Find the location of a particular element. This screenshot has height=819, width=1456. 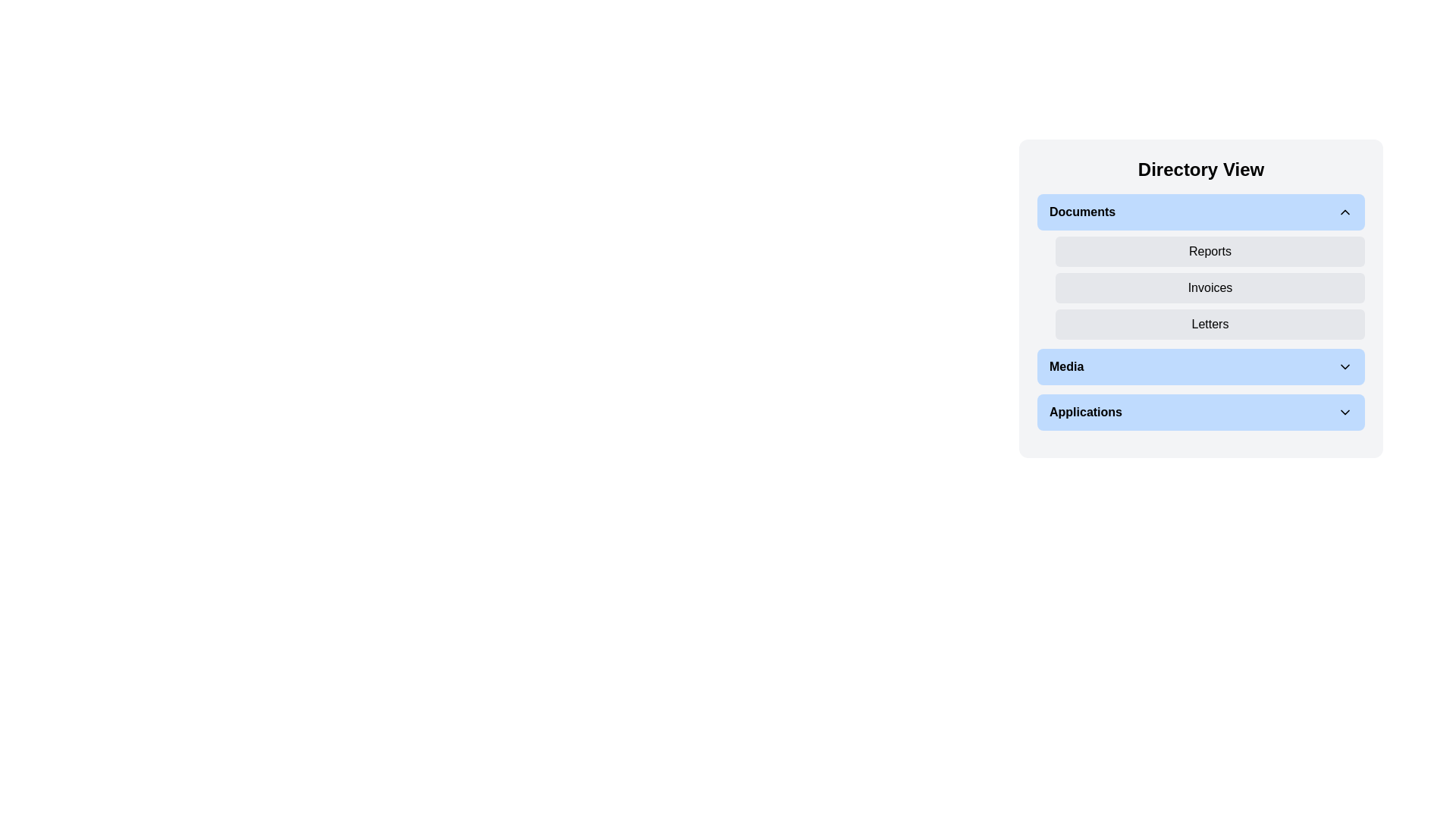

the 'Invoices' button, which is styled with a light gray background and is is located at coordinates (1200, 298).